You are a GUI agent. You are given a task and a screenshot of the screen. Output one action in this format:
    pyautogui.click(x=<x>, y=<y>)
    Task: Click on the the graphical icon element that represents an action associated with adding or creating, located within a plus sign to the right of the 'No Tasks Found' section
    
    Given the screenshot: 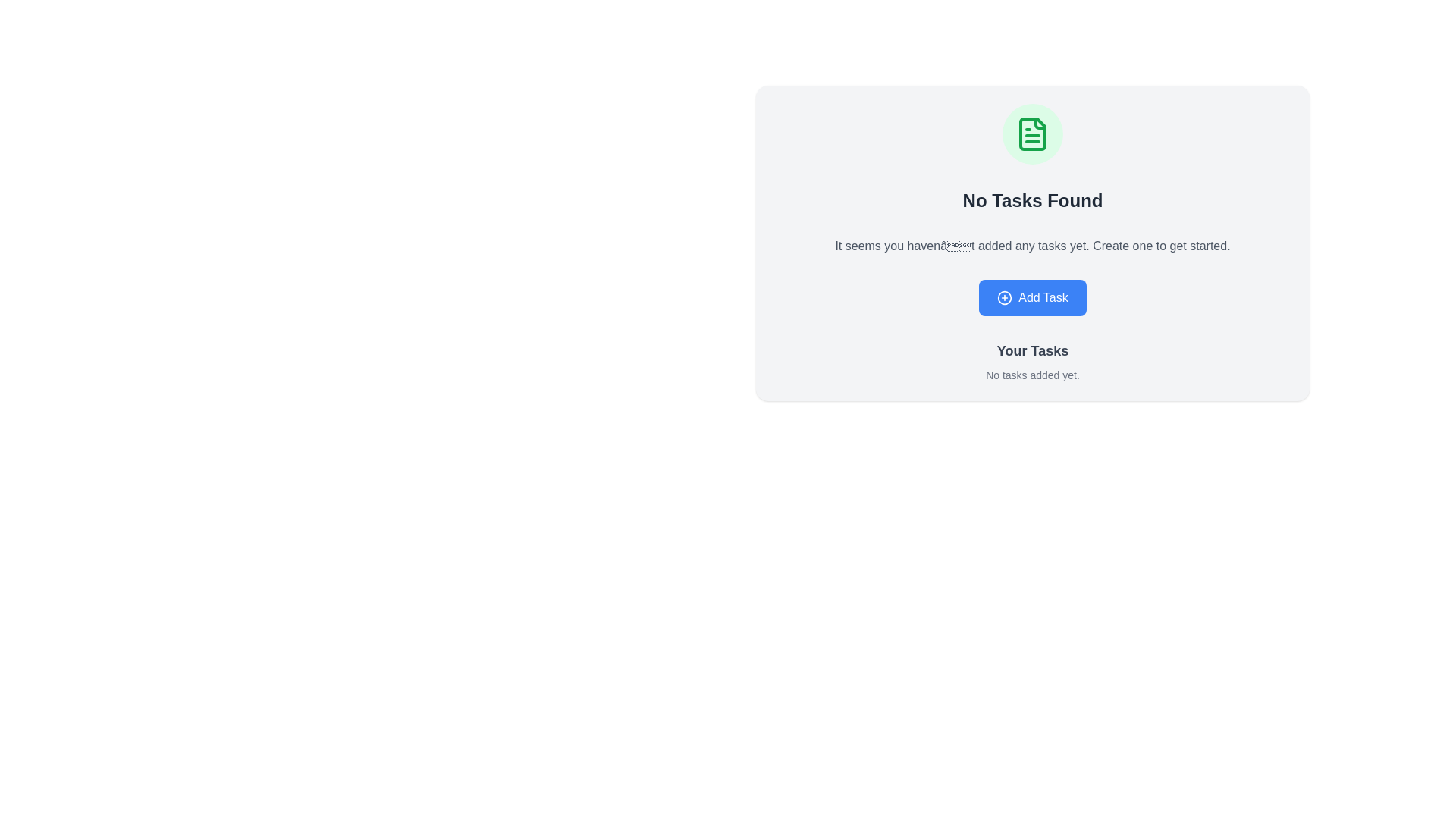 What is the action you would take?
    pyautogui.click(x=1005, y=298)
    